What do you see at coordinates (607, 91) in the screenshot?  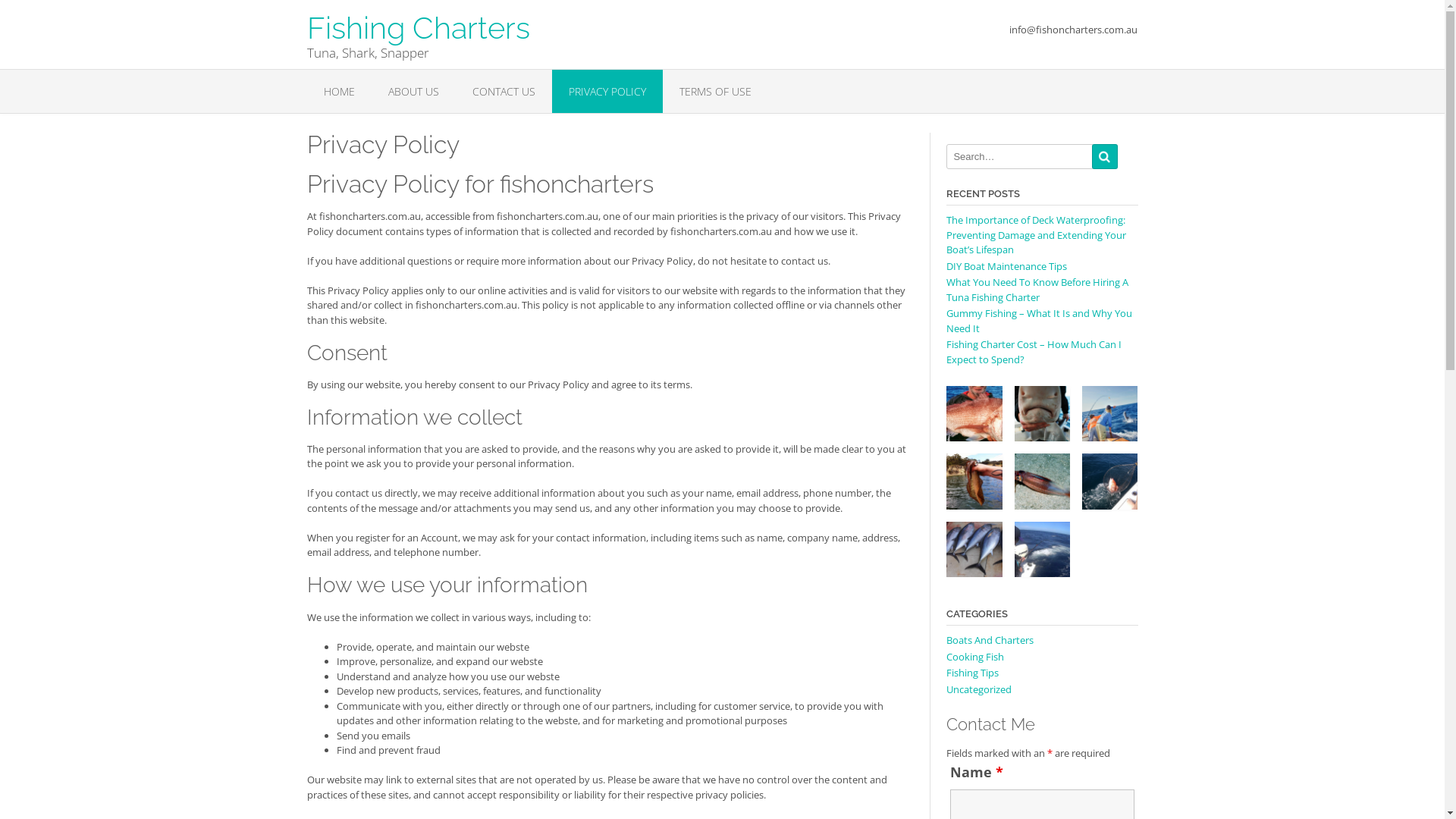 I see `'PRIVACY POLICY'` at bounding box center [607, 91].